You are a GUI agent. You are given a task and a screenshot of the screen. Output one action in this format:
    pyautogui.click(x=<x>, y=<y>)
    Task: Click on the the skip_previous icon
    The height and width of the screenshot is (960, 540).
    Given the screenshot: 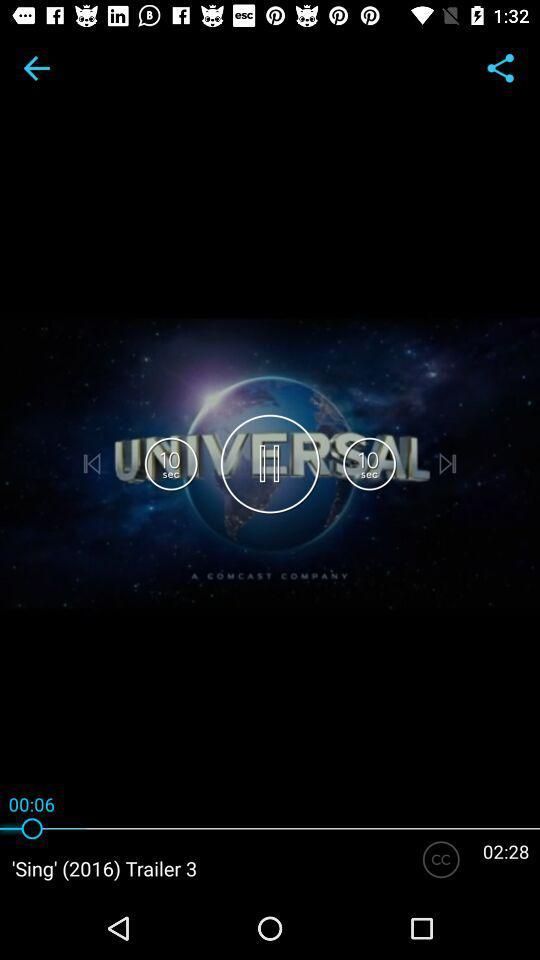 What is the action you would take?
    pyautogui.click(x=91, y=463)
    